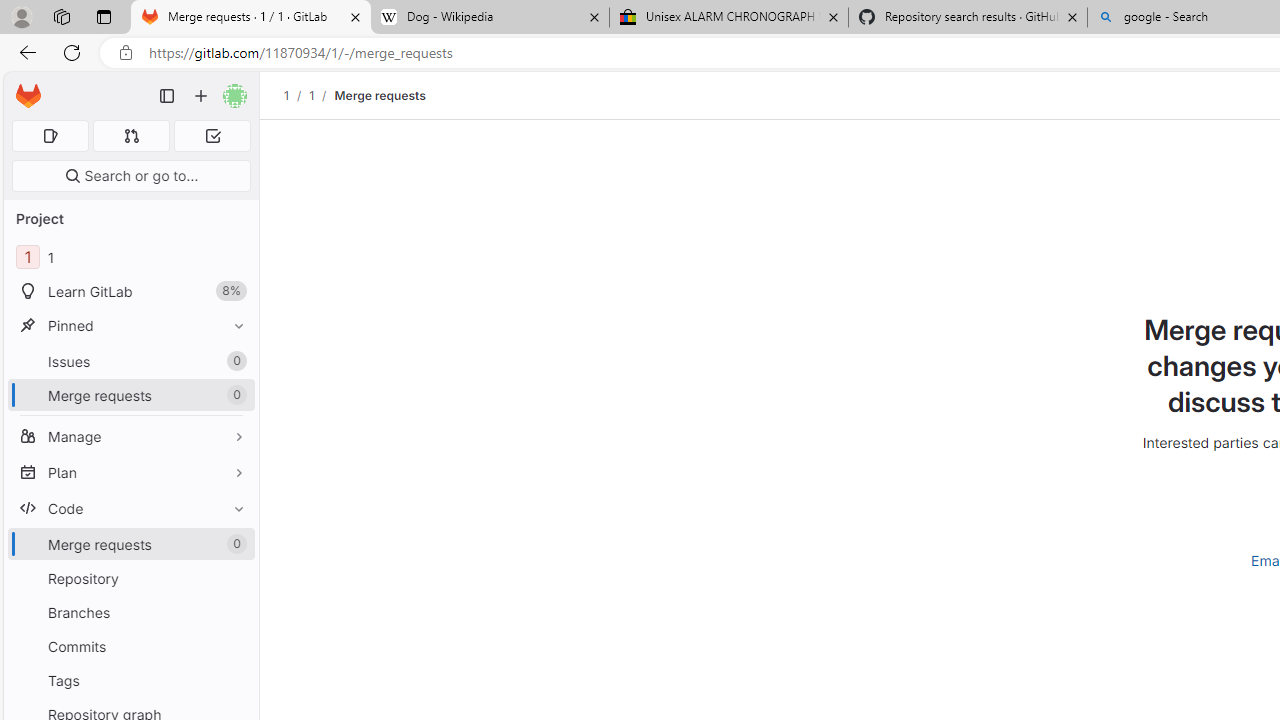 The height and width of the screenshot is (720, 1280). Describe the element at coordinates (130, 435) in the screenshot. I see `'Manage'` at that location.